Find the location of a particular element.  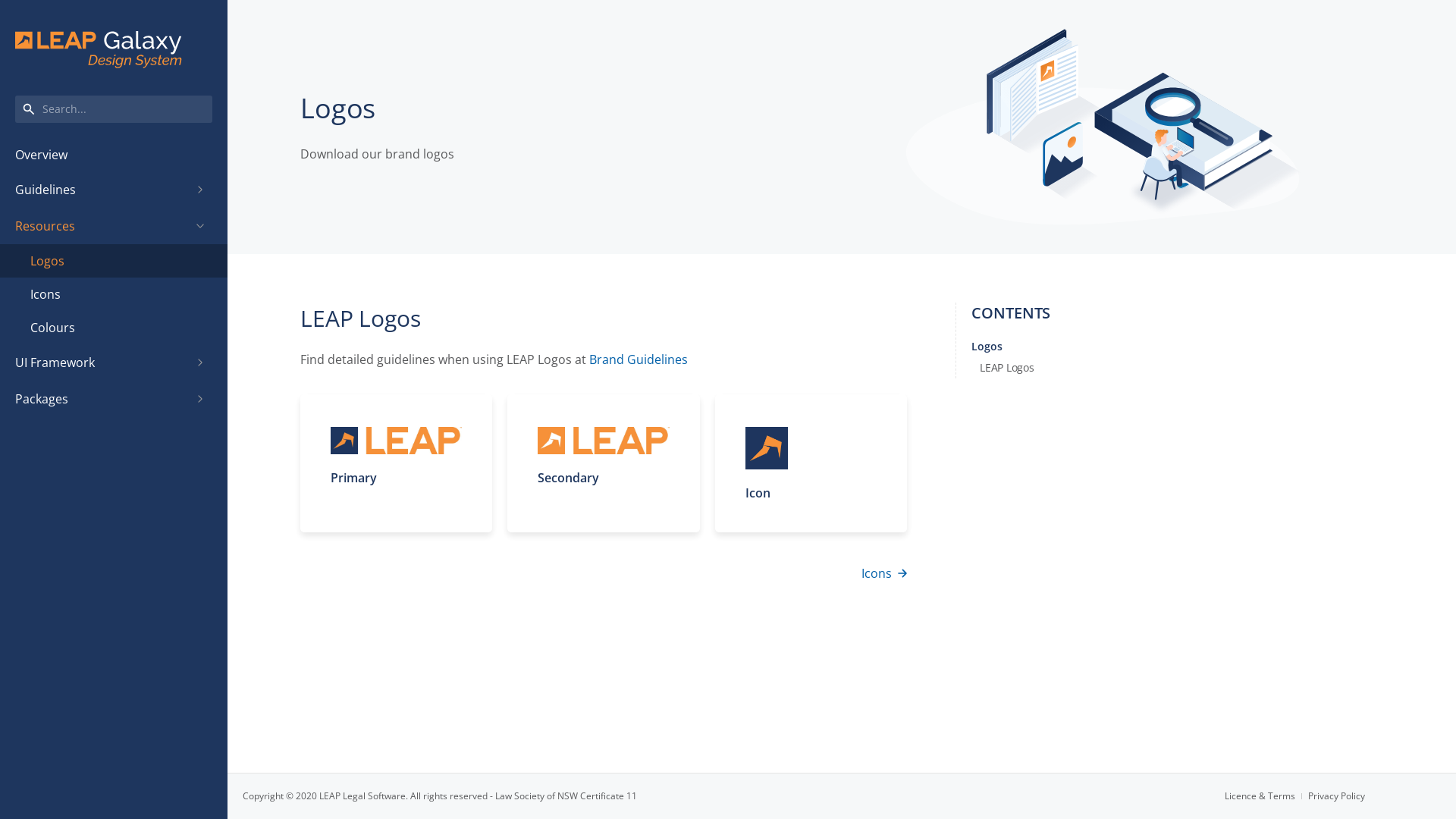

'Guidelines' is located at coordinates (101, 189).